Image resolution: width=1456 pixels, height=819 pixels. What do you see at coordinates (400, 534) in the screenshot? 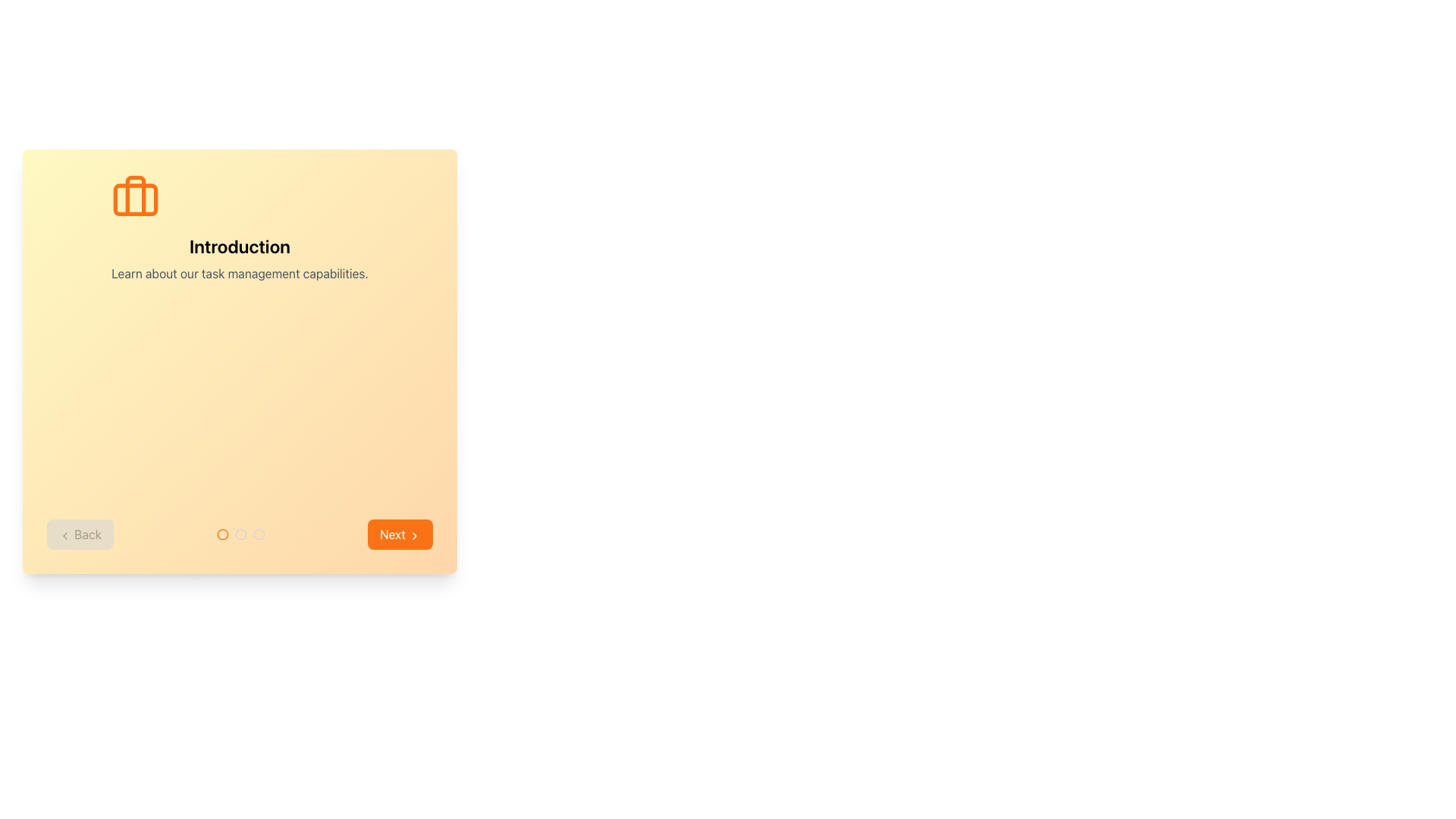
I see `the second navigation button positioned on the far right of the layout` at bounding box center [400, 534].